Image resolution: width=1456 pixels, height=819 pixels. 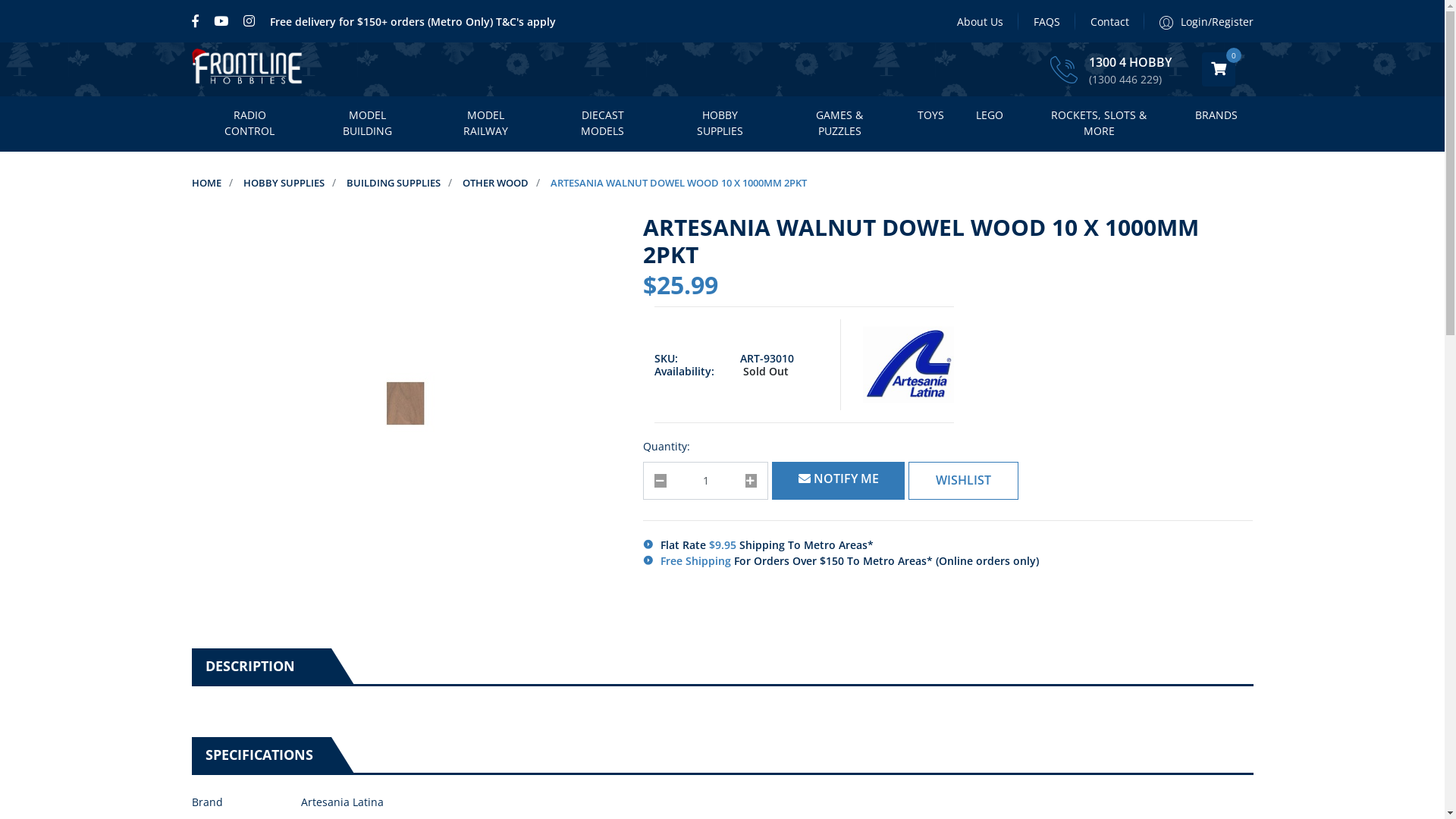 I want to click on 'Frontline Hobbies on Youtube', so click(x=220, y=20).